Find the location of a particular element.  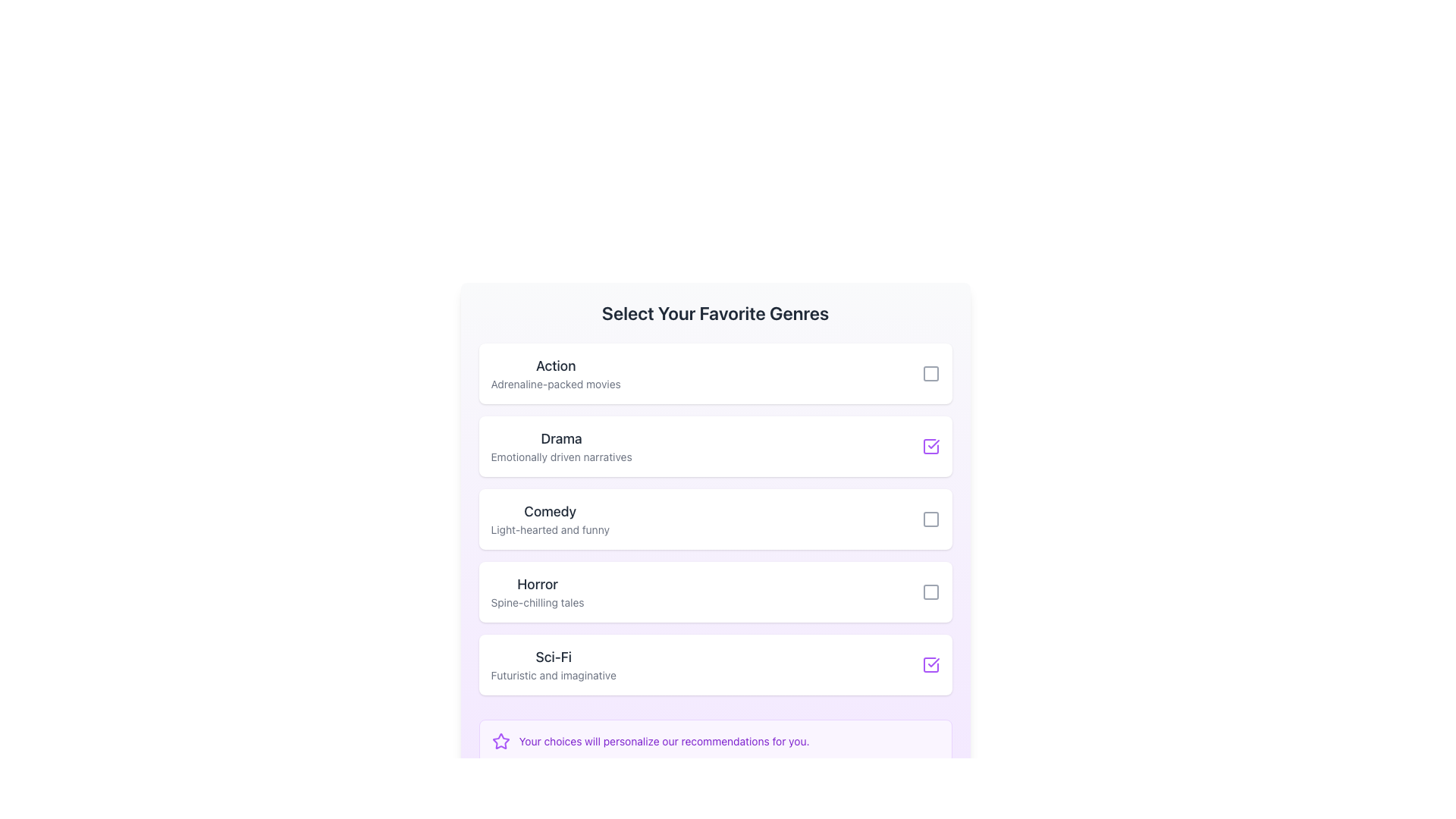

genre name displayed in the text label titled 'Drama' which is located in the second list item under 'Select Your Favorite Genres' is located at coordinates (560, 438).